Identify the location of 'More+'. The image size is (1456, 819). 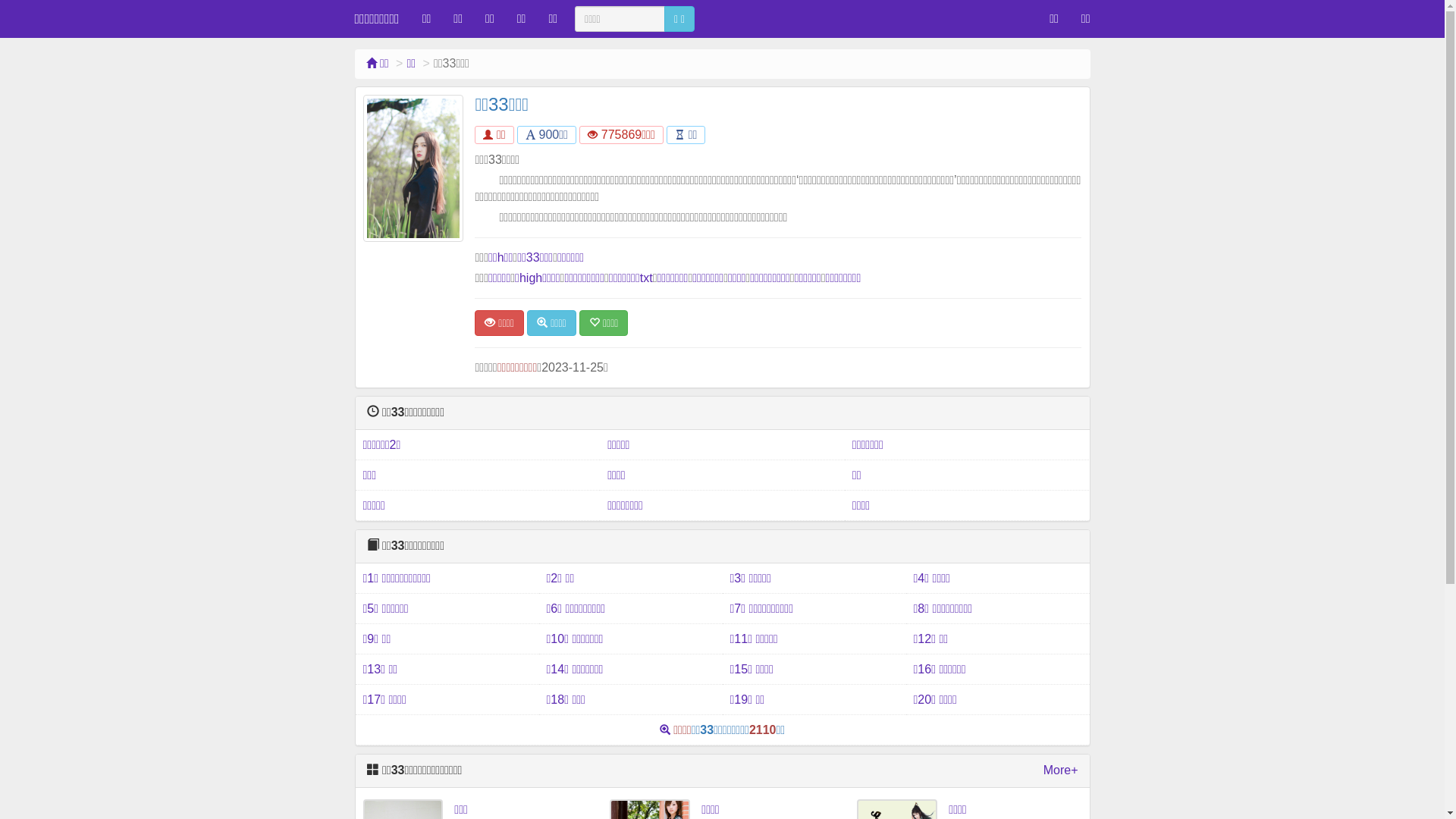
(1059, 770).